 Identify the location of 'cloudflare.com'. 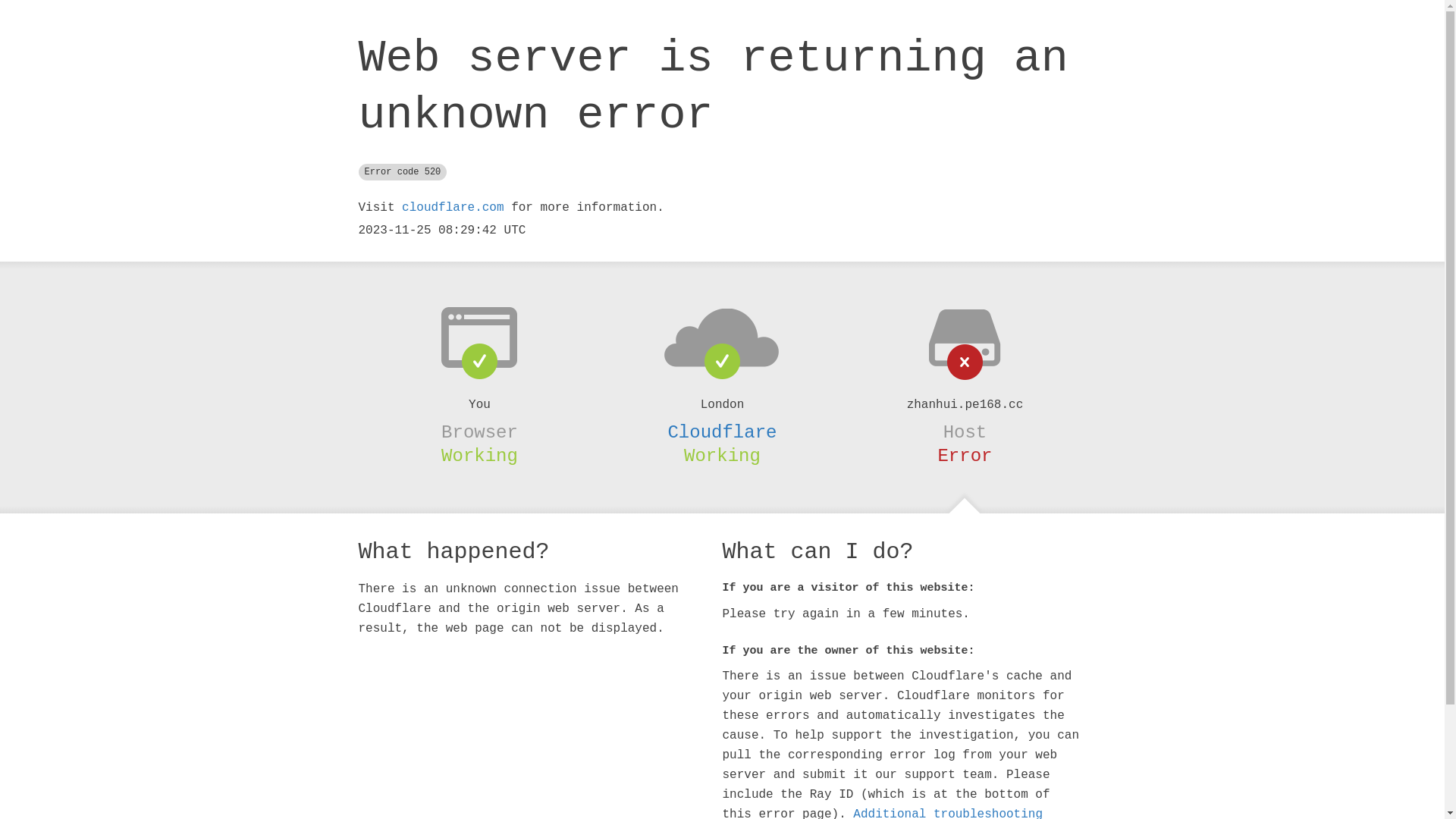
(401, 207).